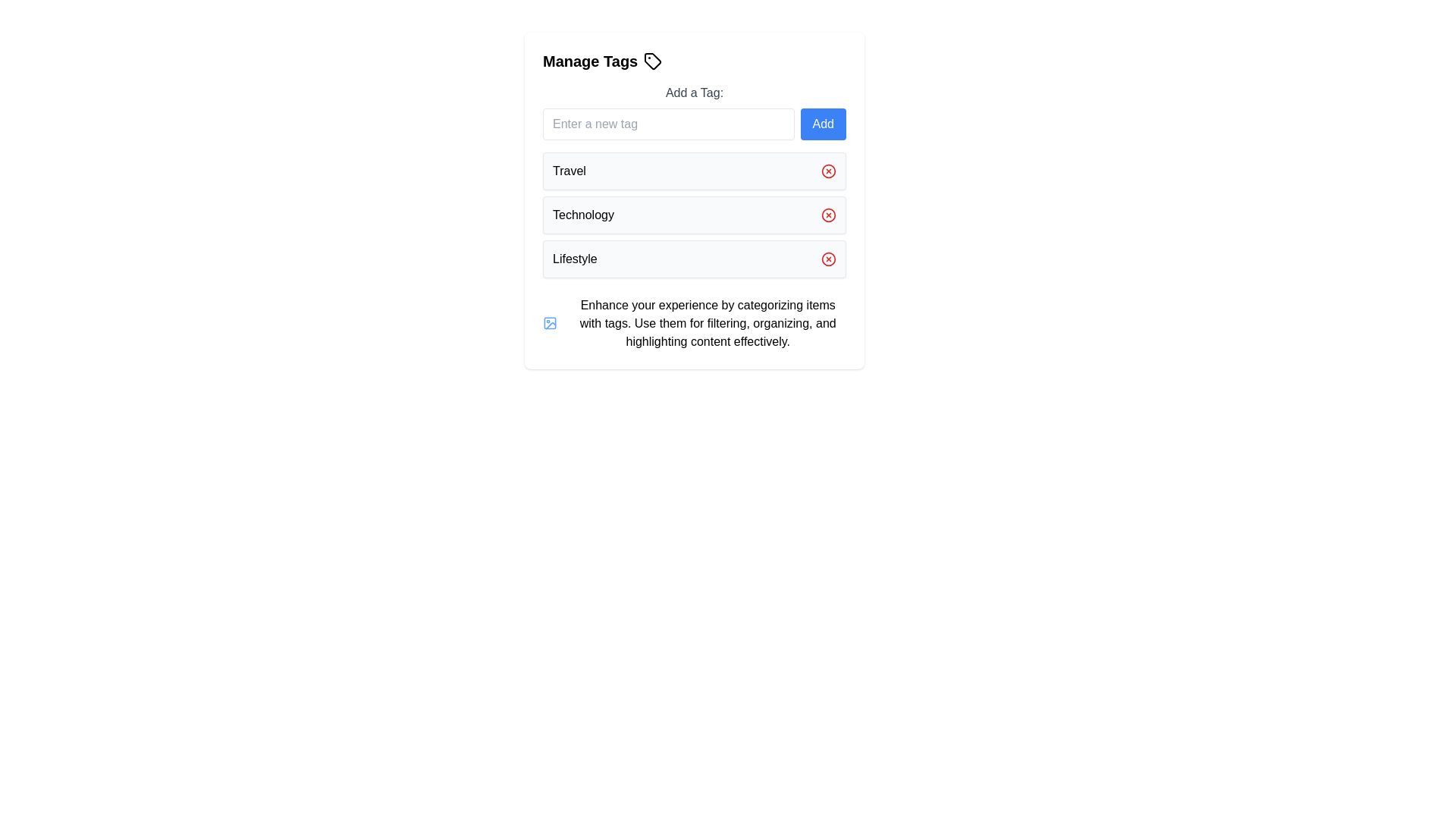  What do you see at coordinates (653, 61) in the screenshot?
I see `the tag-shaped icon located in the top-right area of the interface near the 'Manage Tags' section, which has a small circular dot near one of its corners` at bounding box center [653, 61].